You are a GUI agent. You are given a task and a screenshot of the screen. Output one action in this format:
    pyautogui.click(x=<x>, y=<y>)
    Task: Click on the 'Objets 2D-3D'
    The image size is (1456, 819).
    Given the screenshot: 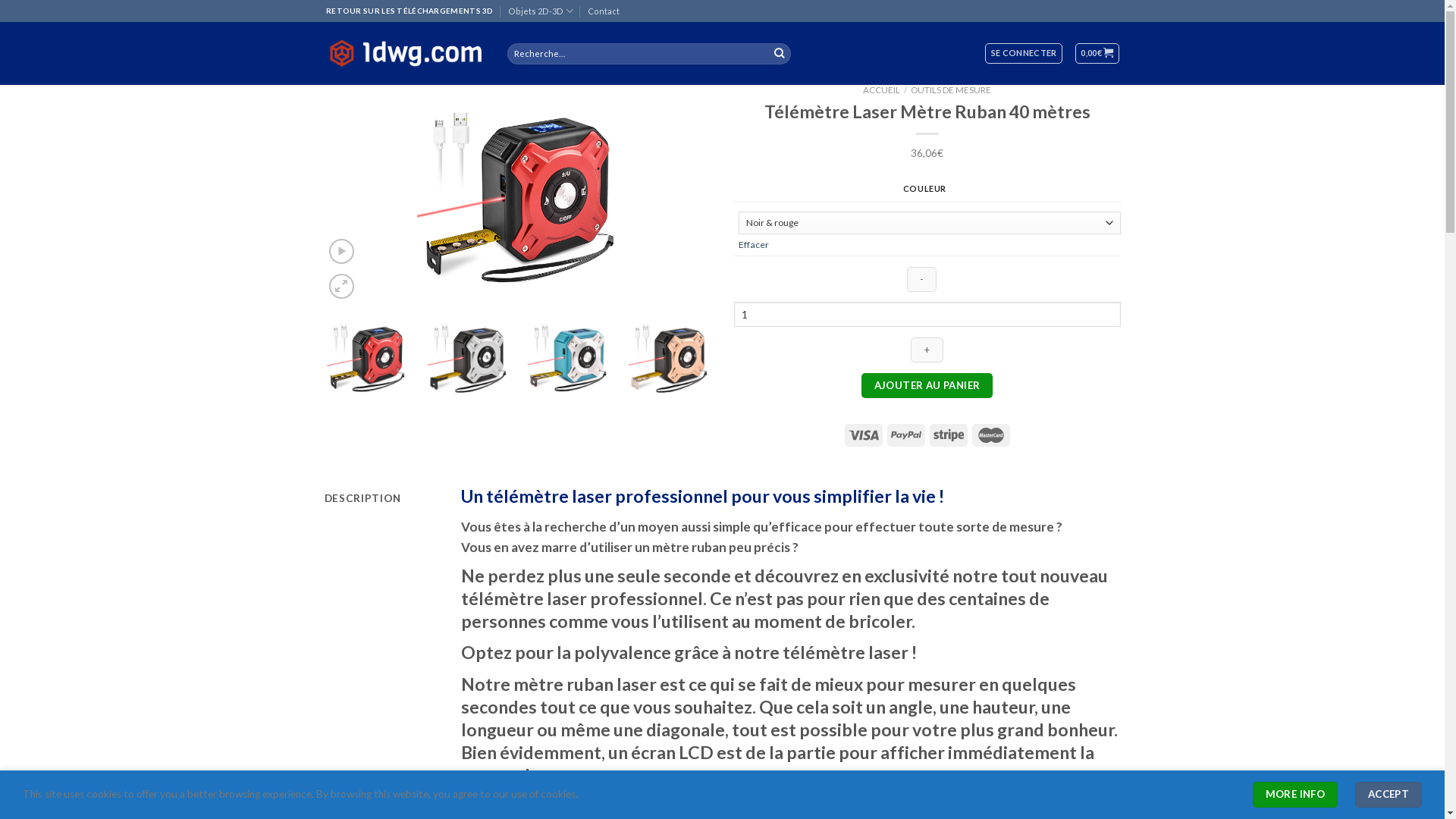 What is the action you would take?
    pyautogui.click(x=541, y=11)
    